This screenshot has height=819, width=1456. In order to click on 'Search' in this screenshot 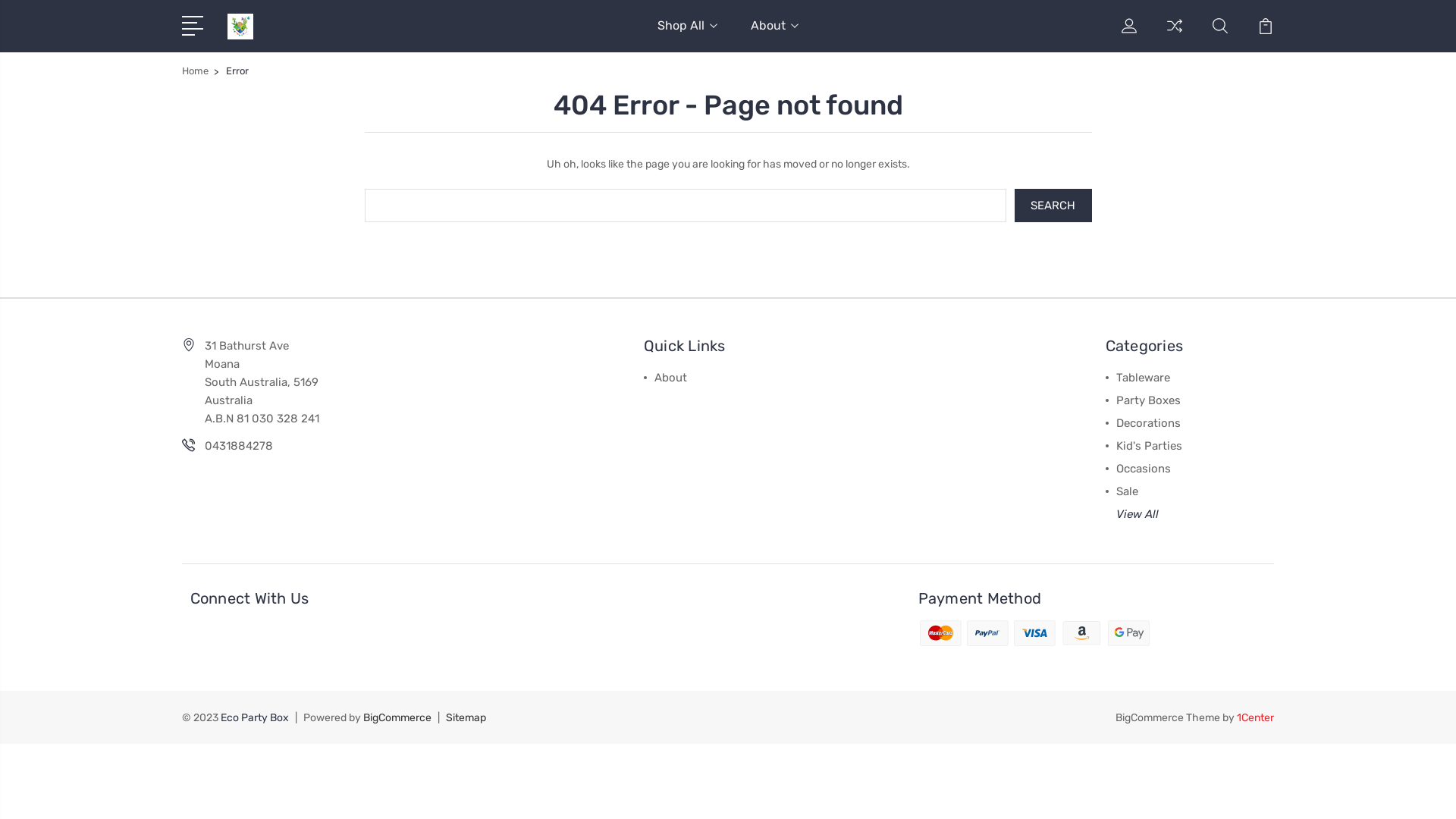, I will do `click(1052, 205)`.